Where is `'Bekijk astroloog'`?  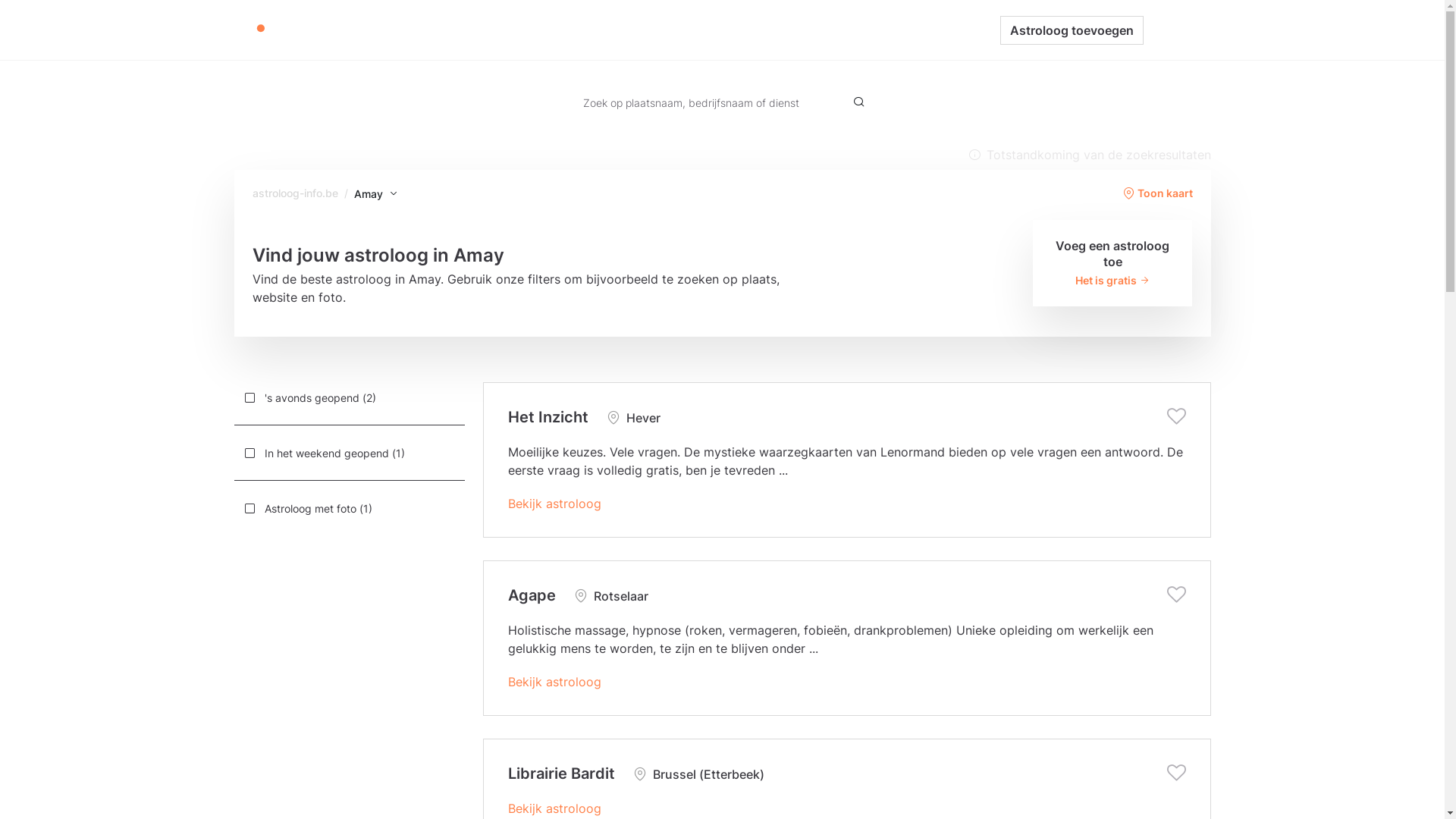
'Bekijk astroloog' is located at coordinates (554, 807).